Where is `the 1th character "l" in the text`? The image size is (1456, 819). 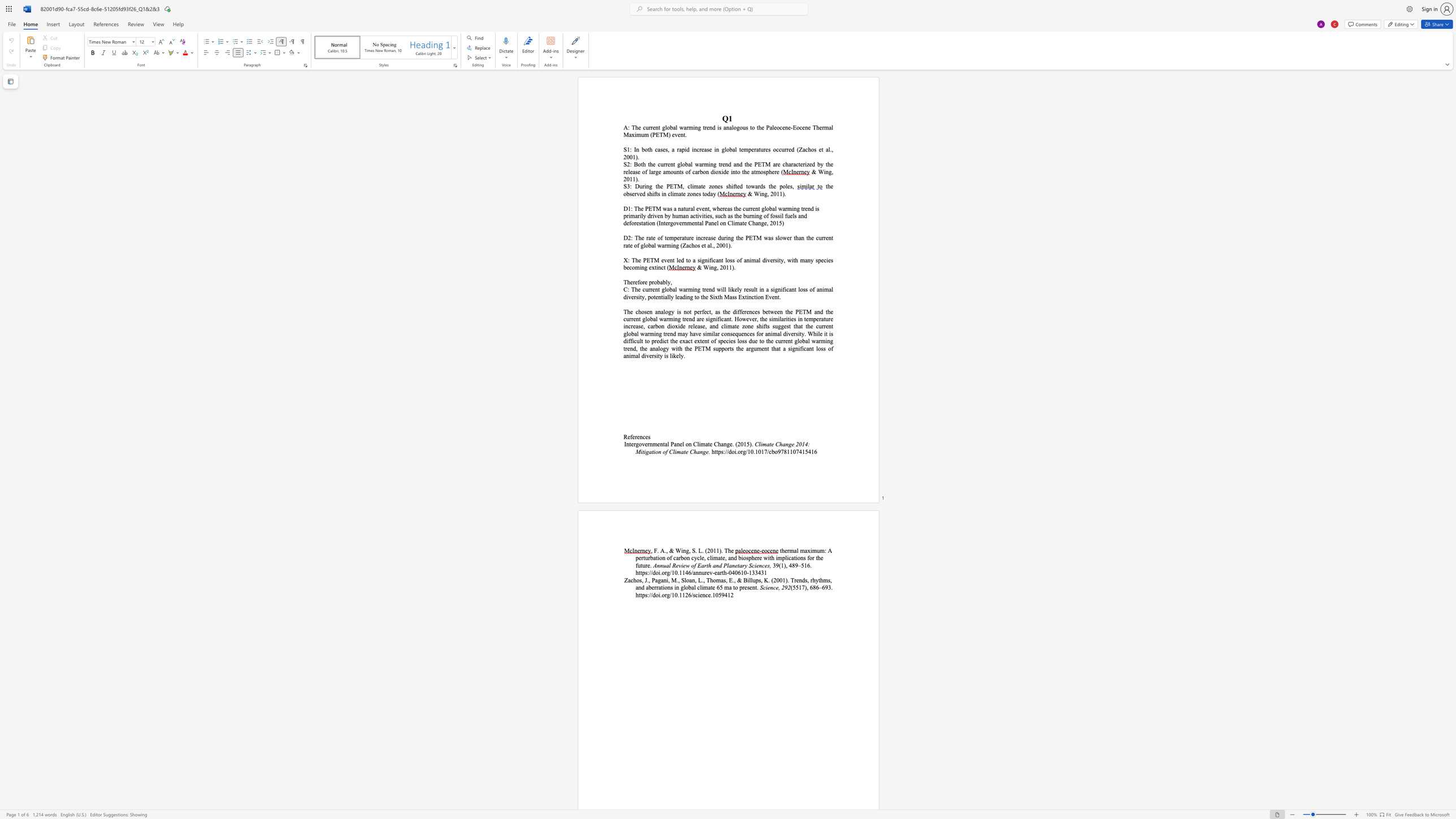 the 1th character "l" in the text is located at coordinates (666, 281).